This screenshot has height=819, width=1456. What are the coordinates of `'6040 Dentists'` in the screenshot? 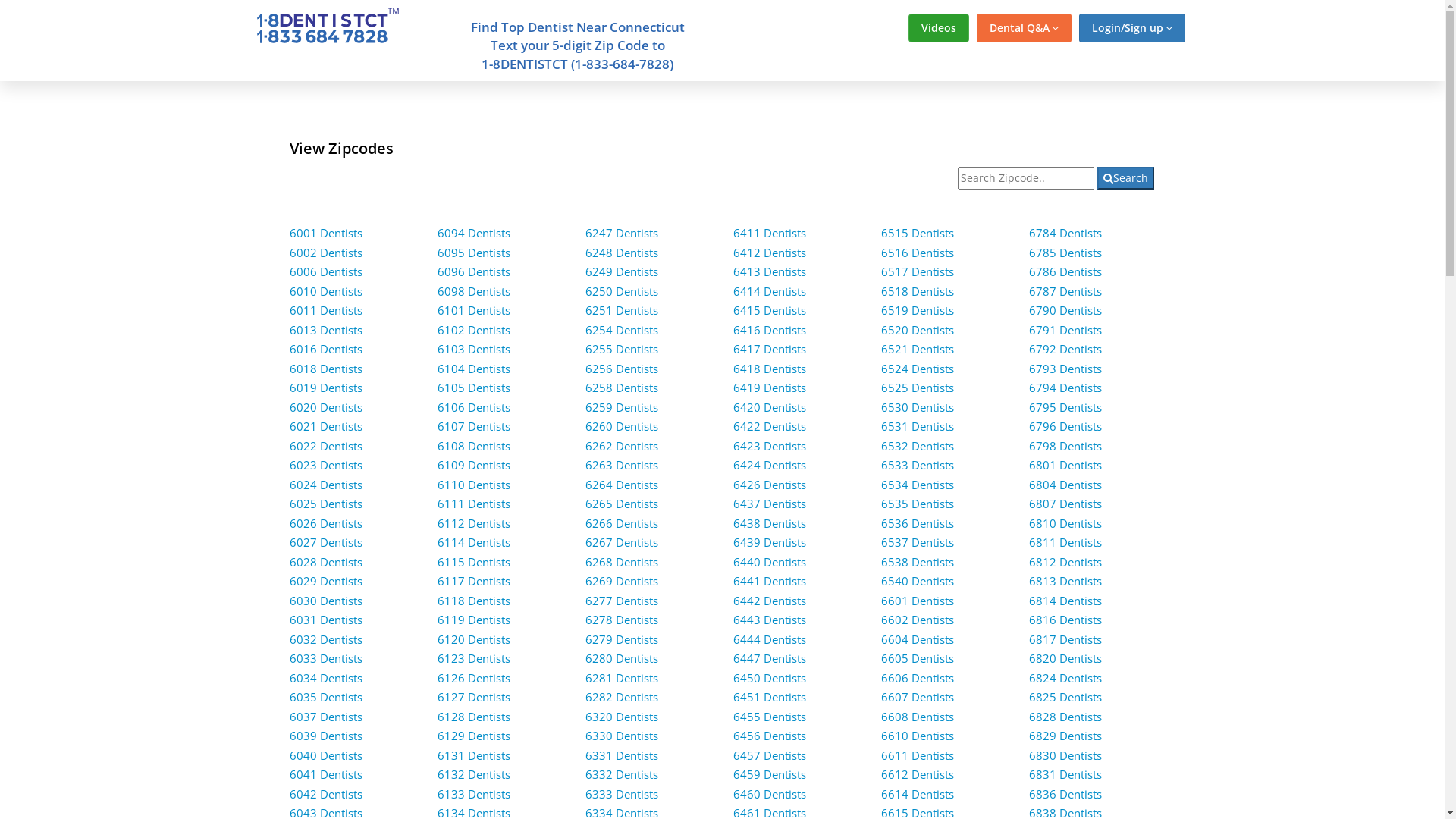 It's located at (325, 755).